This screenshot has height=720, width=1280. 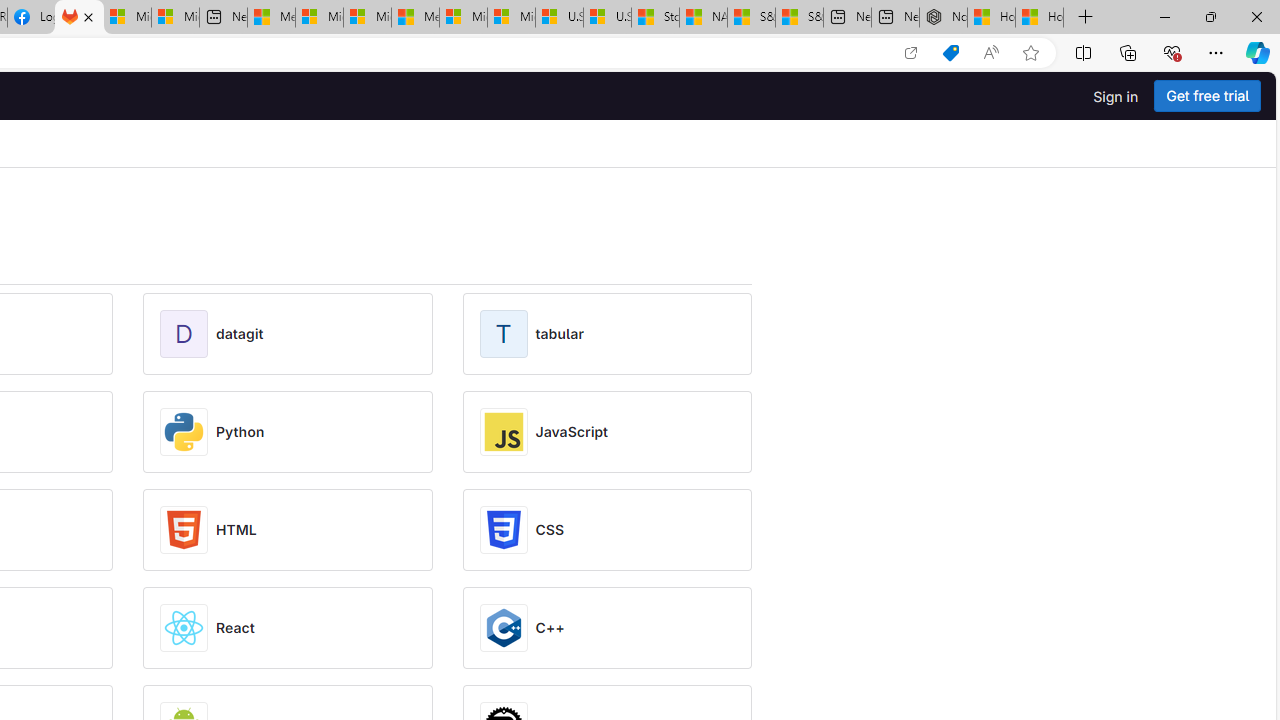 What do you see at coordinates (236, 528) in the screenshot?
I see `'HTML'` at bounding box center [236, 528].